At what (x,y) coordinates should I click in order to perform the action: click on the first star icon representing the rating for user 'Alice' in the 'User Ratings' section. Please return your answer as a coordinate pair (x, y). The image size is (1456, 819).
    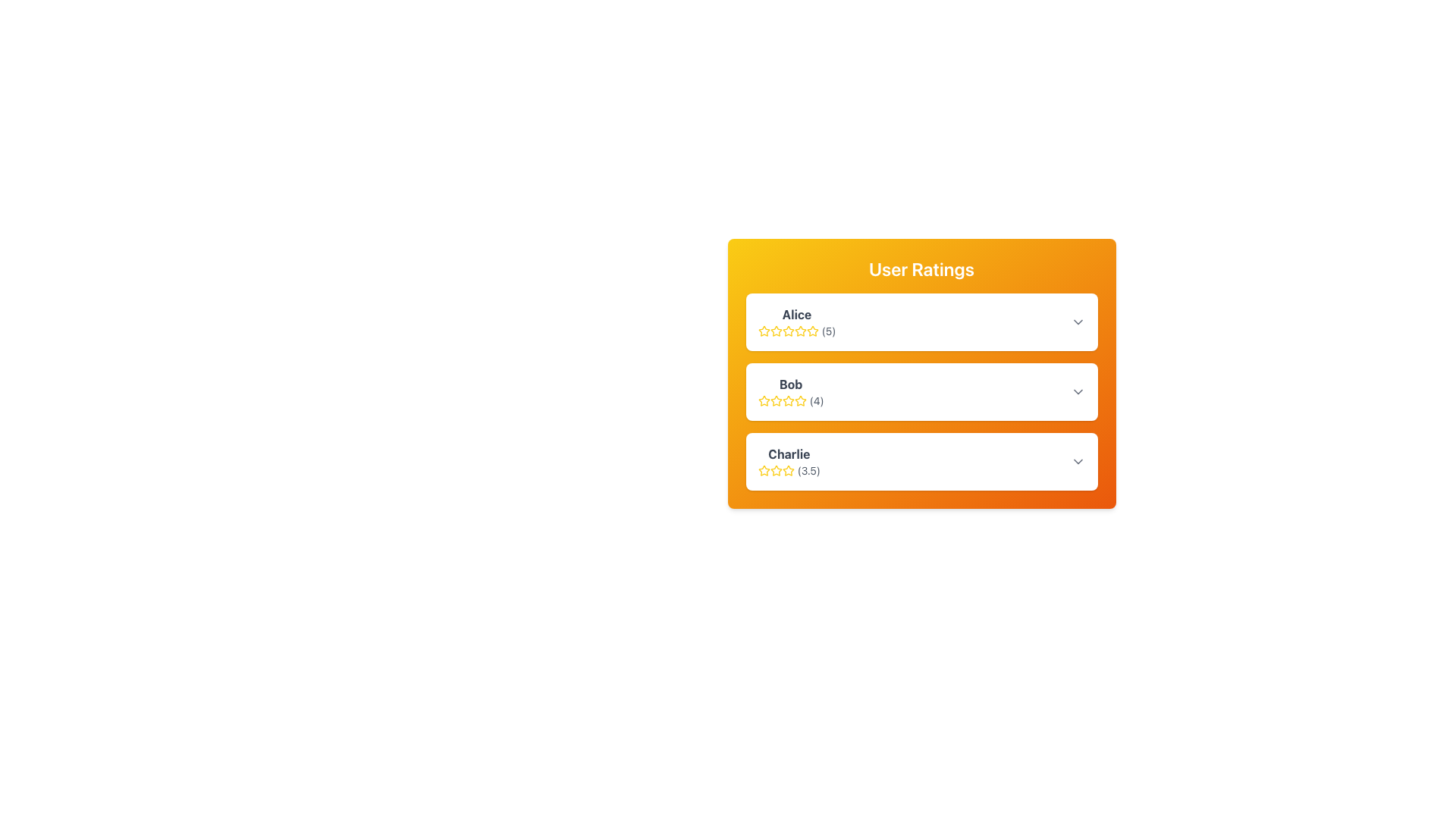
    Looking at the image, I should click on (764, 329).